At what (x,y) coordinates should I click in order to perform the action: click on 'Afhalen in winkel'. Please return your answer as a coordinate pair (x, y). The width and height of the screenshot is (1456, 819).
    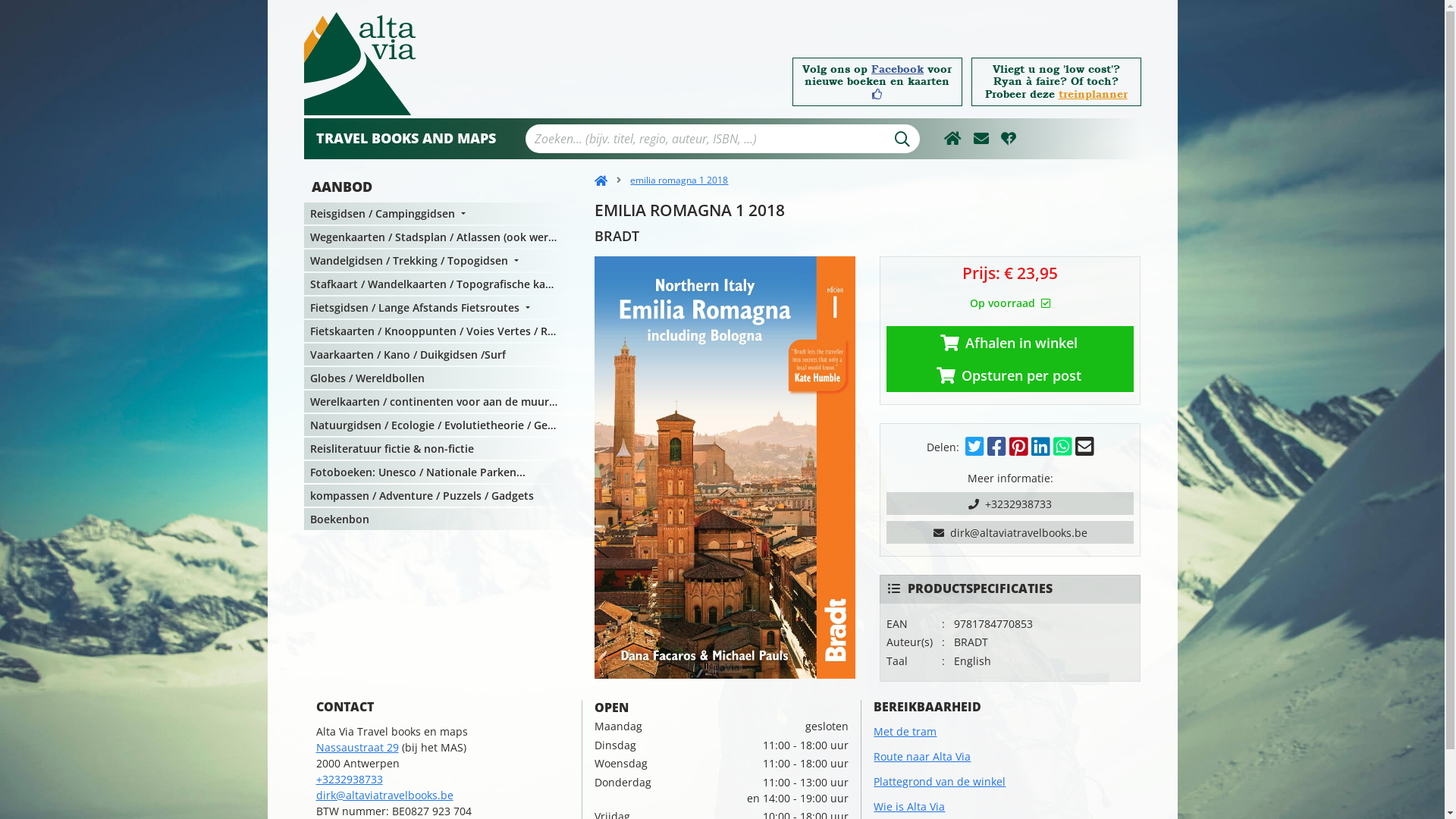
    Looking at the image, I should click on (1010, 342).